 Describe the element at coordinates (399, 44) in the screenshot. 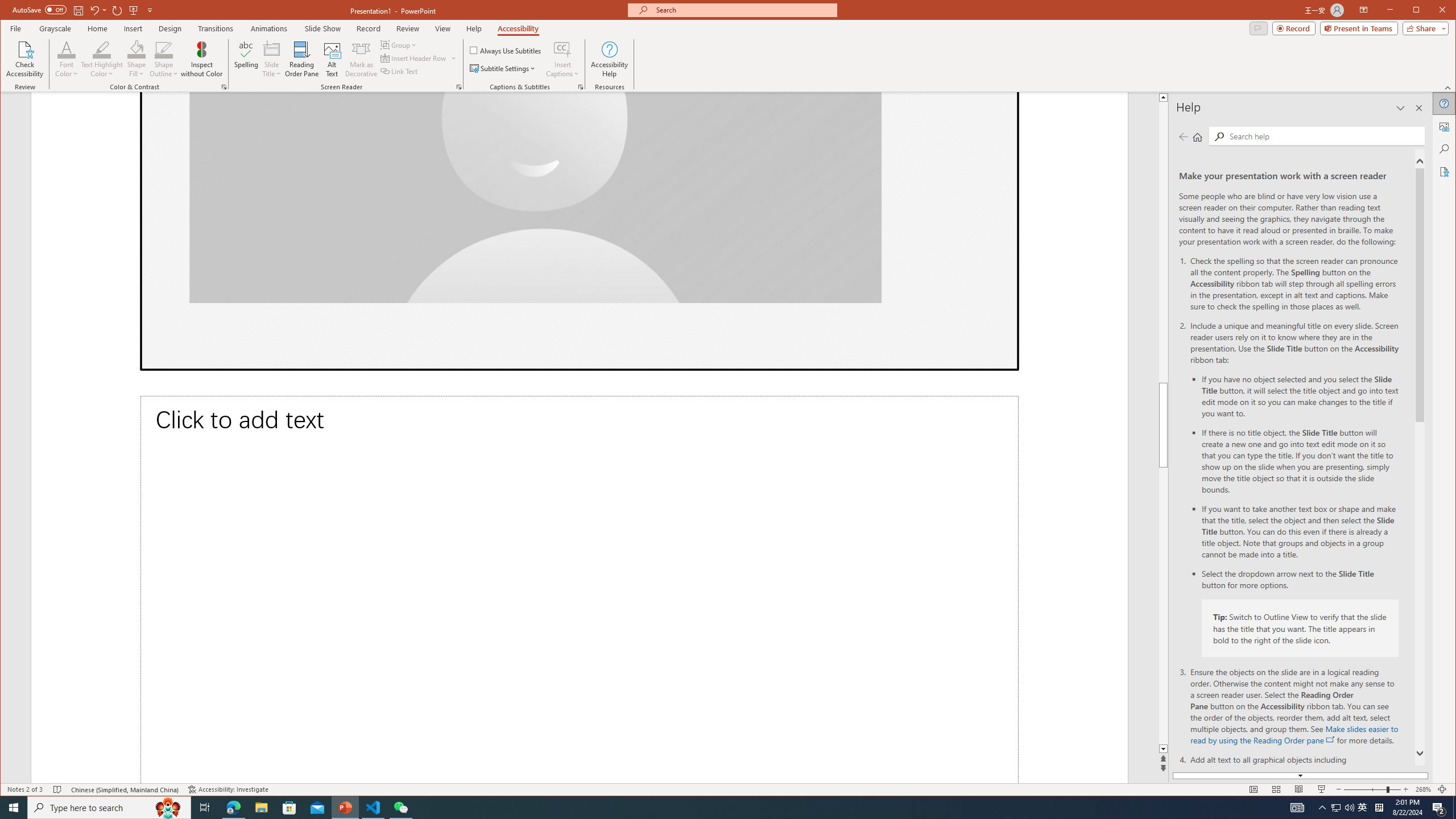

I see `'Group'` at that location.